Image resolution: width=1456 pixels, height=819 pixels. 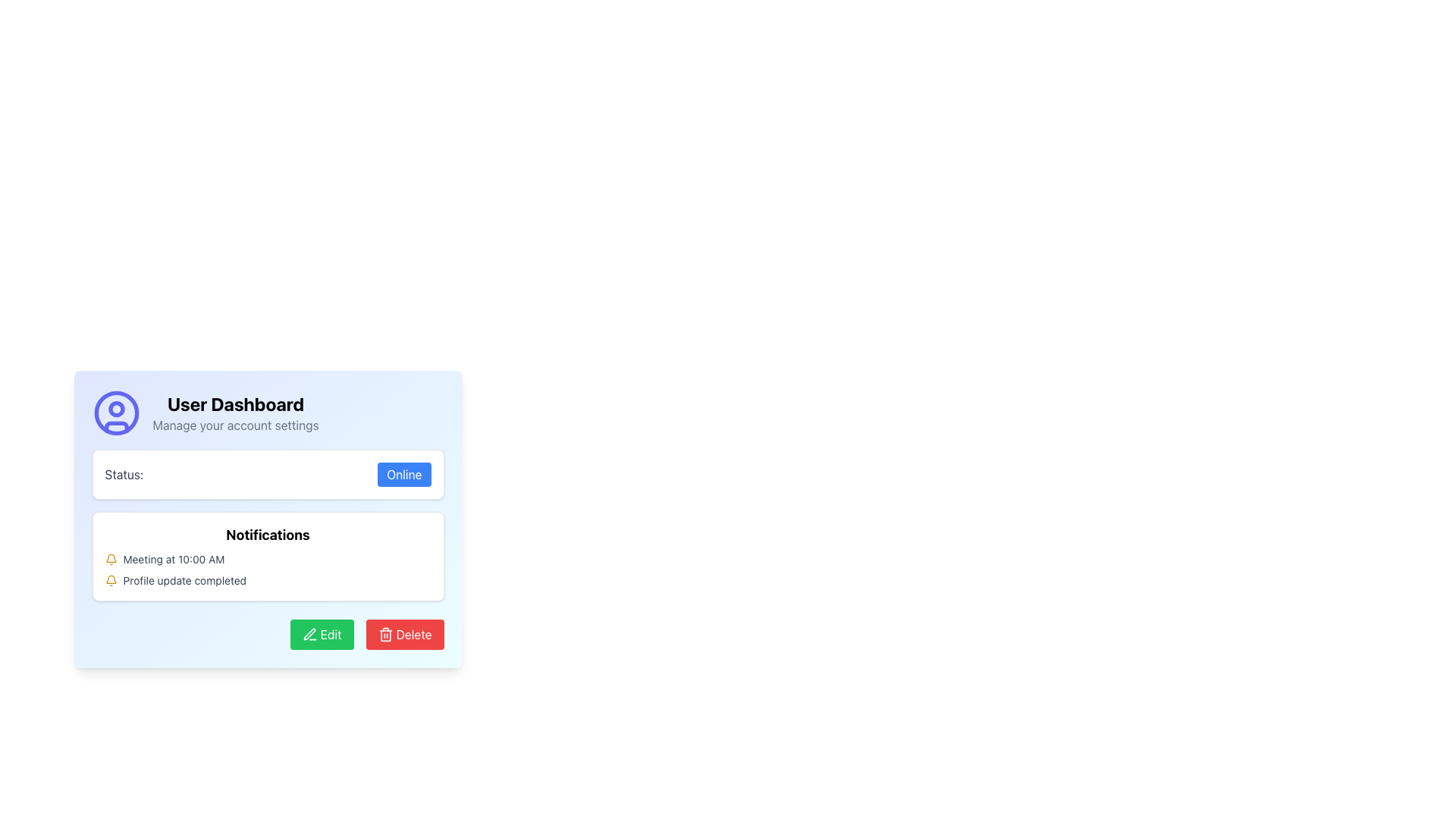 I want to click on the notification item representing a scheduled meeting at 10:00 AM to acknowledge it, so click(x=268, y=559).